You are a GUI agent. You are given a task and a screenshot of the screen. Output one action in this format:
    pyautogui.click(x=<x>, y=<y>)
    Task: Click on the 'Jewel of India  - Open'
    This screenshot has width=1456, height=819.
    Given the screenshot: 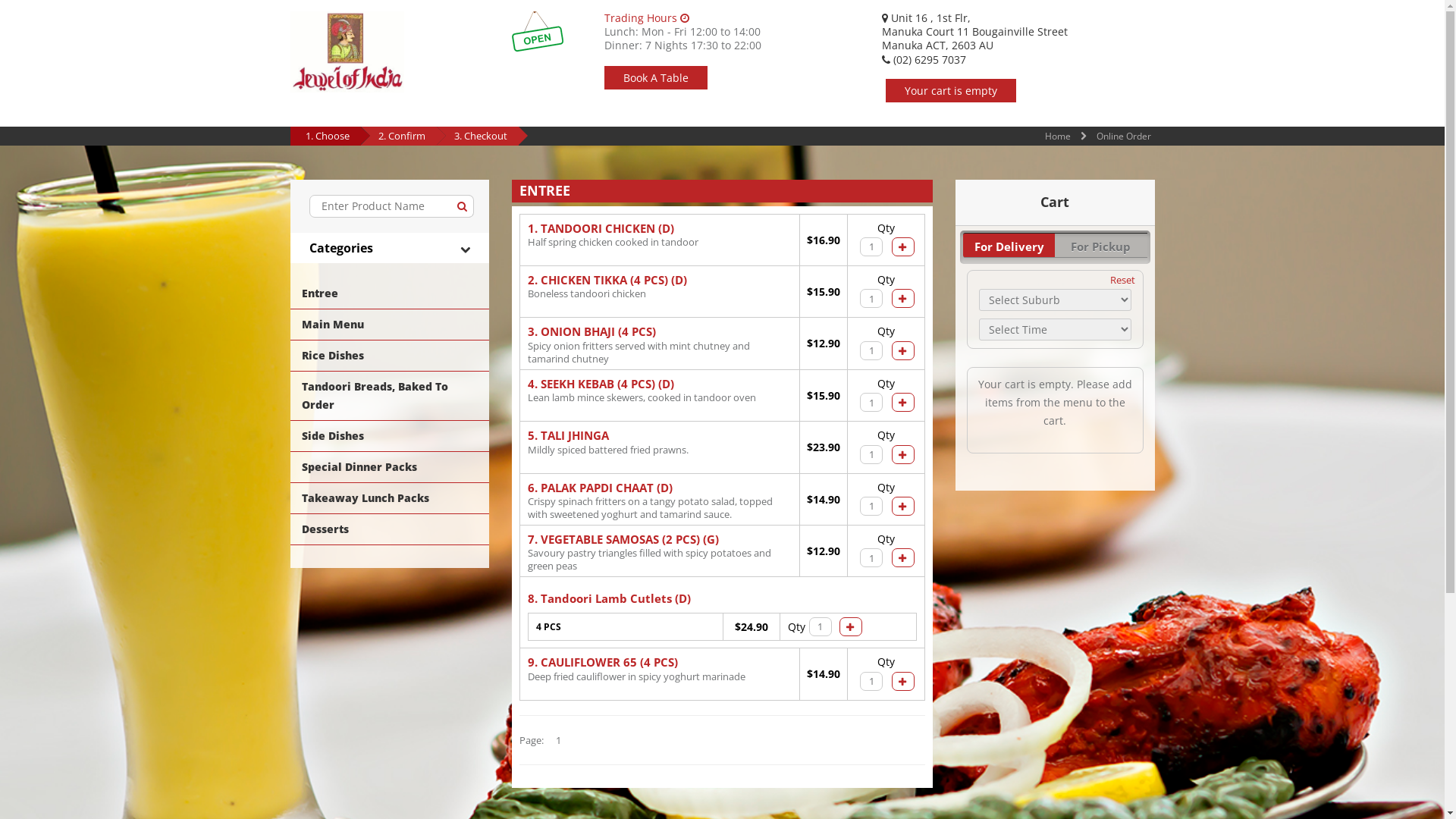 What is the action you would take?
    pyautogui.click(x=538, y=32)
    